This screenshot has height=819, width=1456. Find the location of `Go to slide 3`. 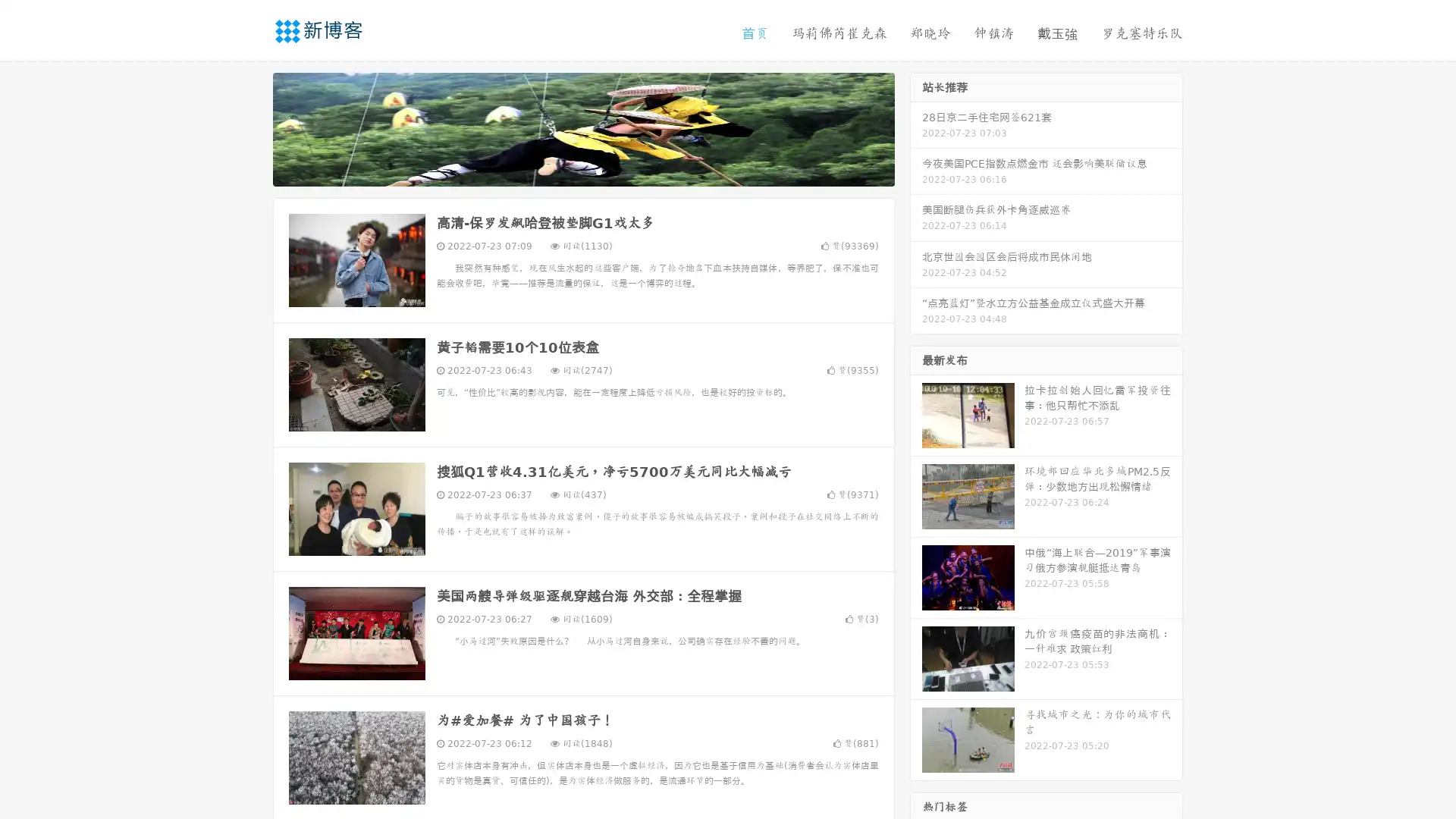

Go to slide 3 is located at coordinates (598, 171).